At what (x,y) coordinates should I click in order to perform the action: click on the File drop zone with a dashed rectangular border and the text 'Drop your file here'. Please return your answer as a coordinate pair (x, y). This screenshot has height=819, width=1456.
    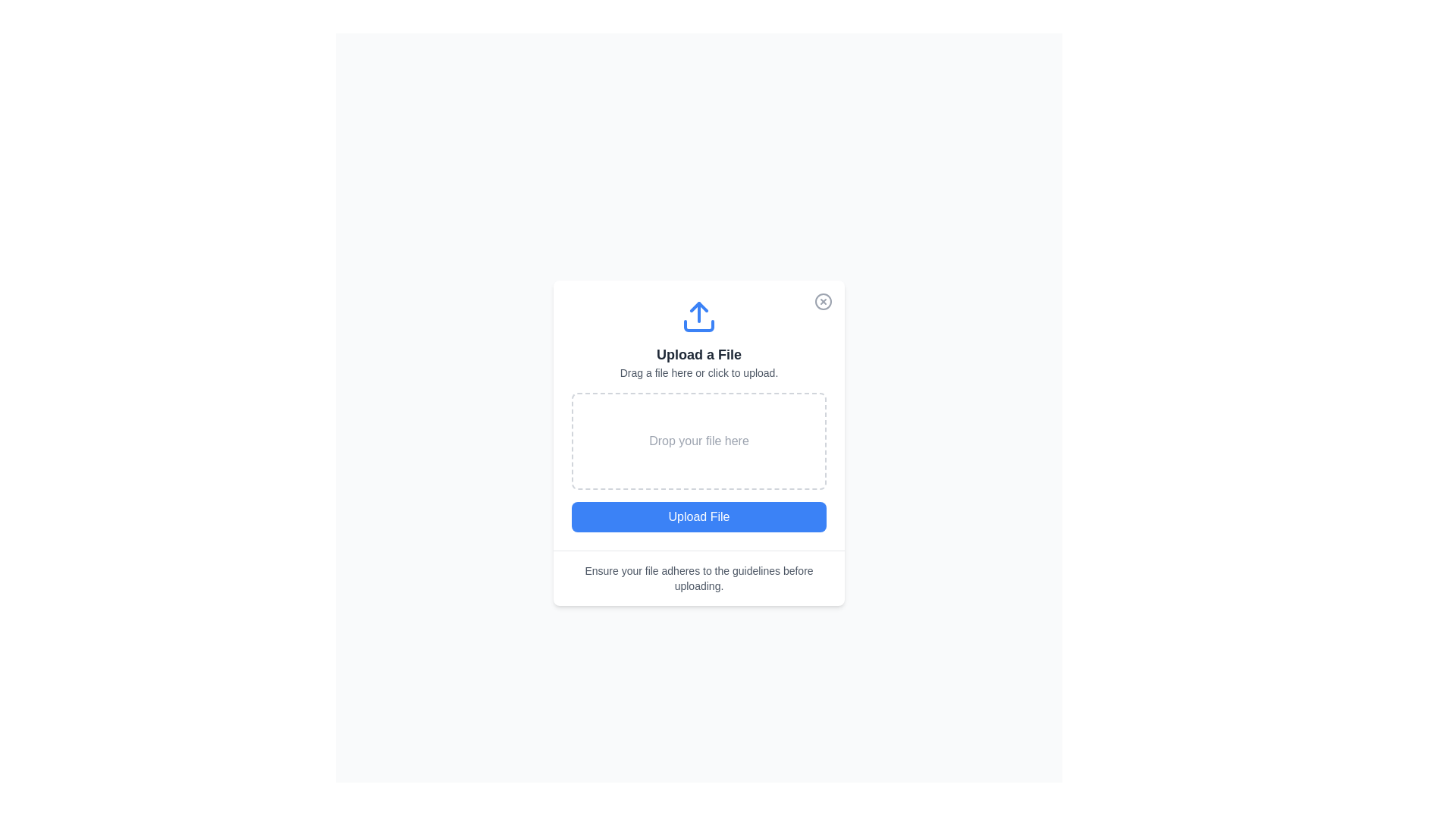
    Looking at the image, I should click on (698, 441).